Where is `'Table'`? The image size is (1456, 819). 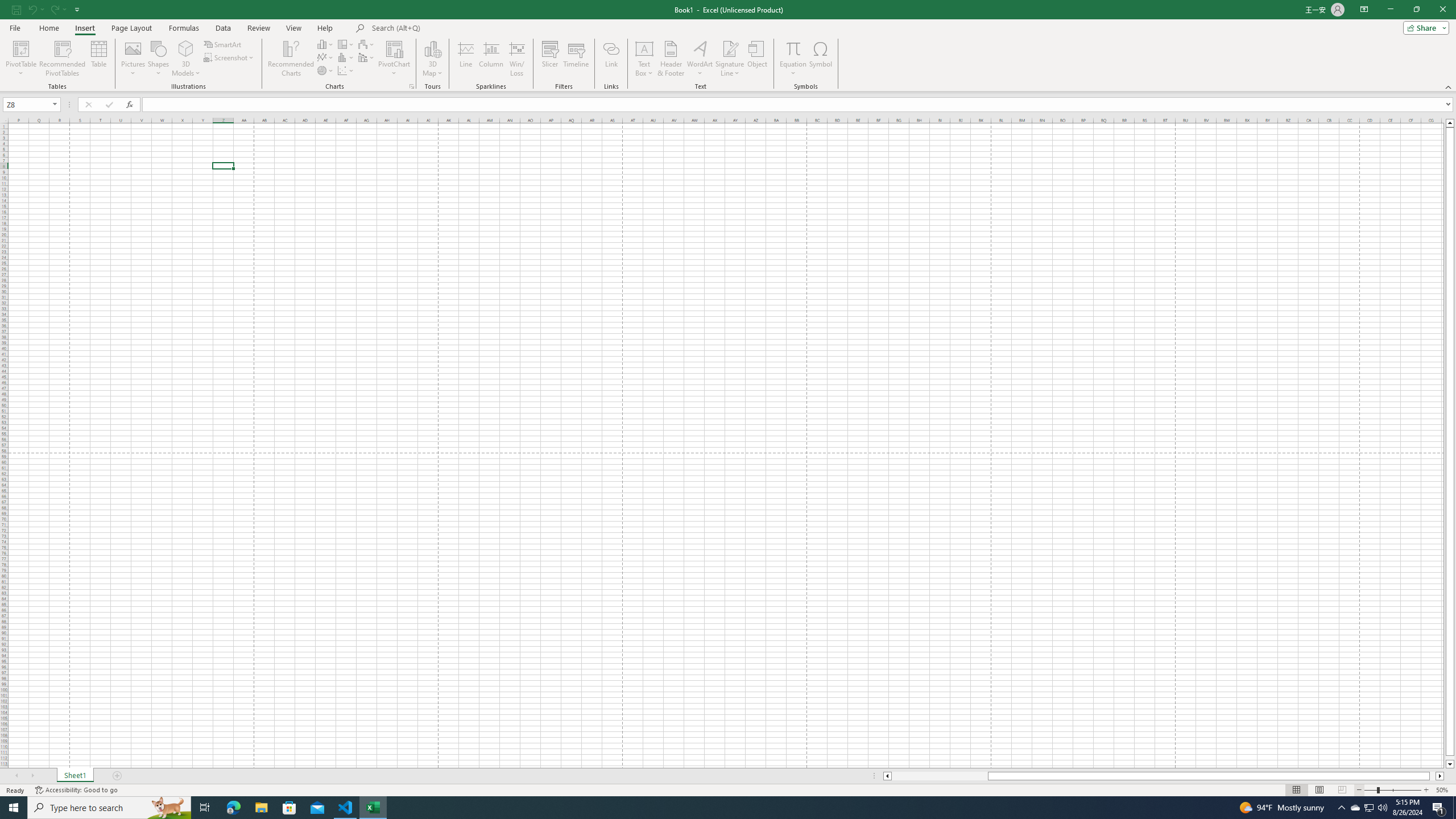 'Table' is located at coordinates (99, 59).